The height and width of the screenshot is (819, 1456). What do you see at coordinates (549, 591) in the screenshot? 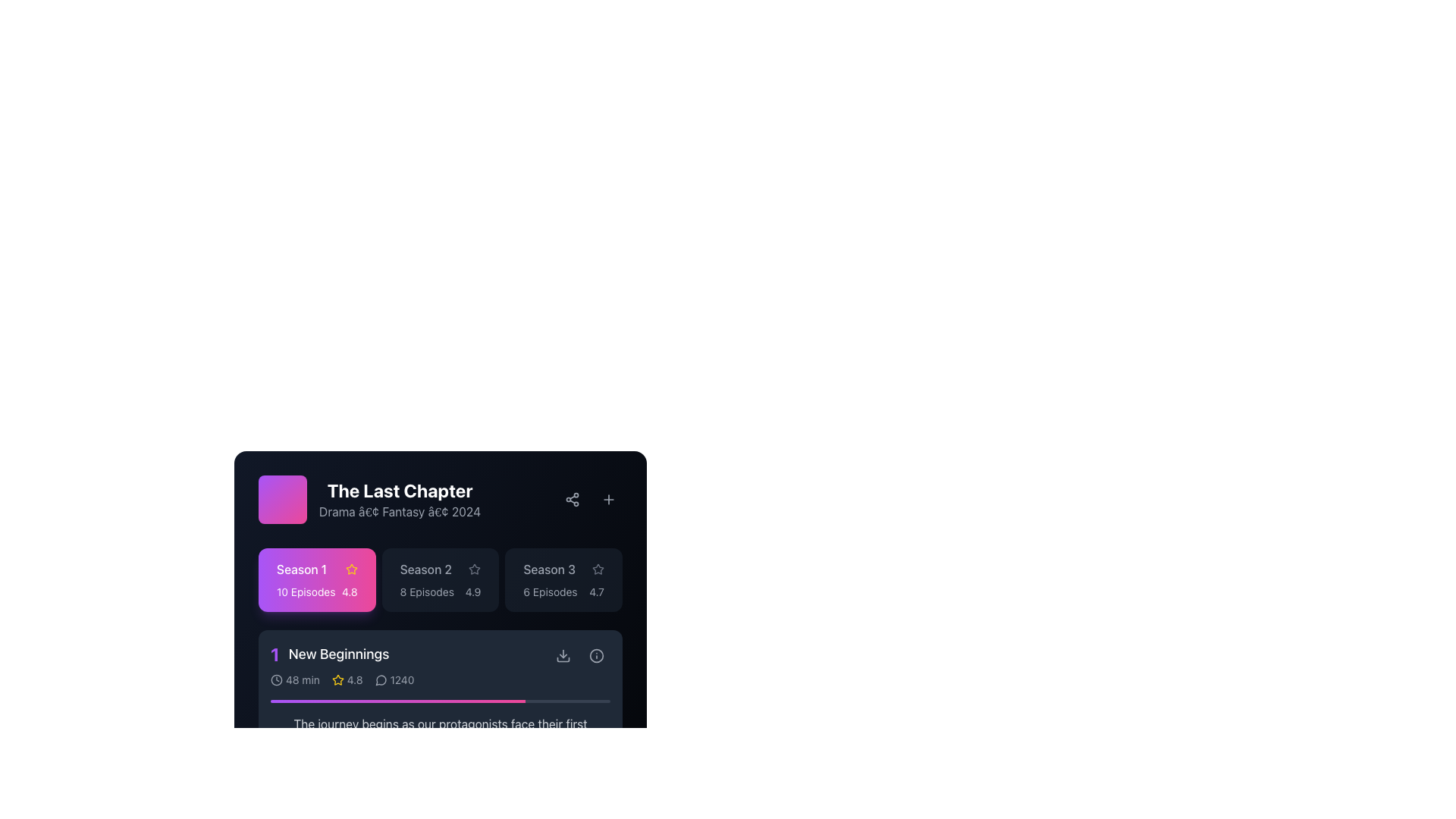
I see `the informative text label indicating the number of episodes available in 'Season 3', which is part of the season statistics below 'The Last Chapter'` at bounding box center [549, 591].